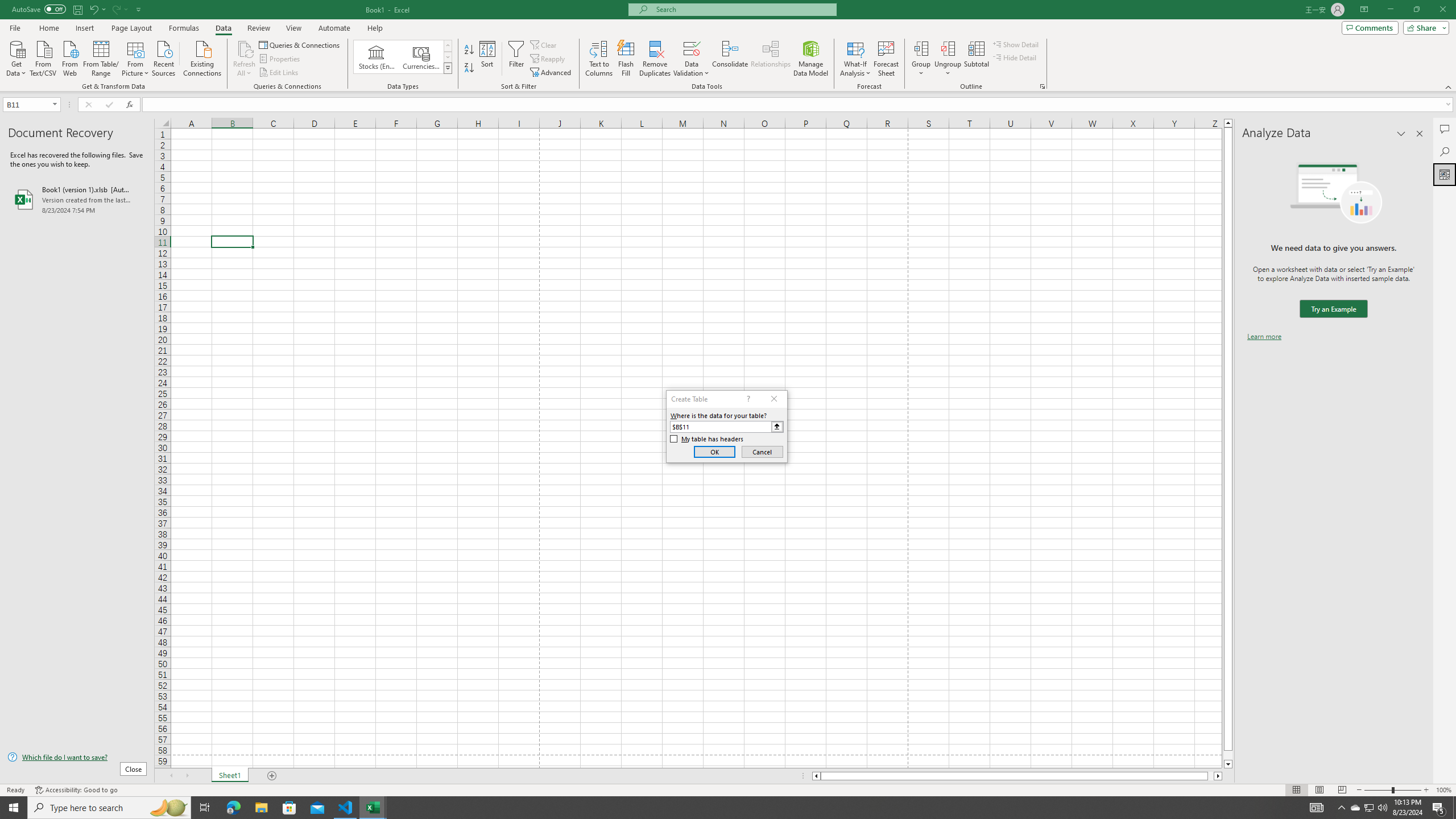 The width and height of the screenshot is (1456, 819). Describe the element at coordinates (691, 48) in the screenshot. I see `'Data Validation...'` at that location.